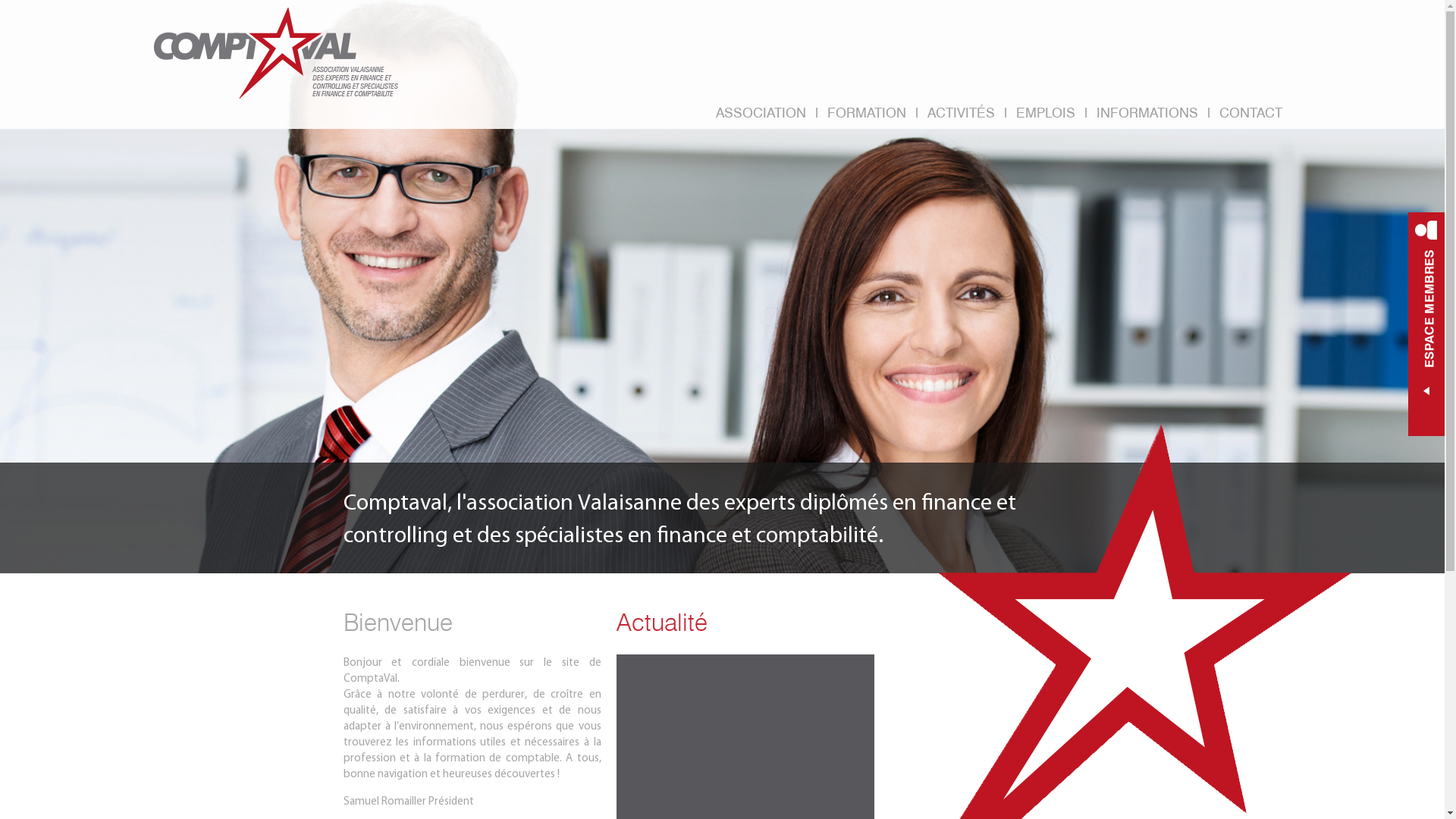  Describe the element at coordinates (1044, 113) in the screenshot. I see `'EMPLOIS'` at that location.